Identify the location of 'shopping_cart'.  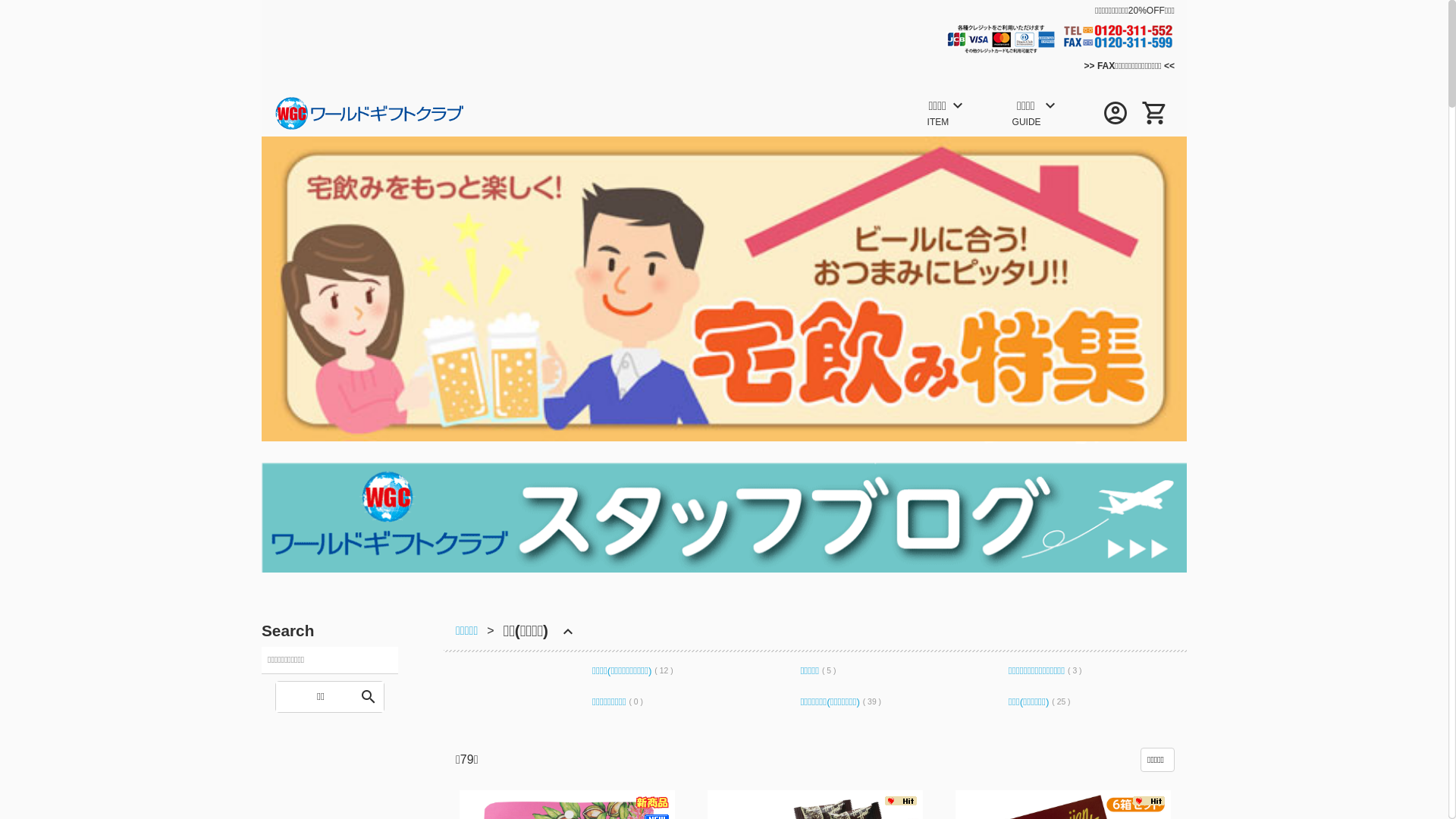
(1153, 111).